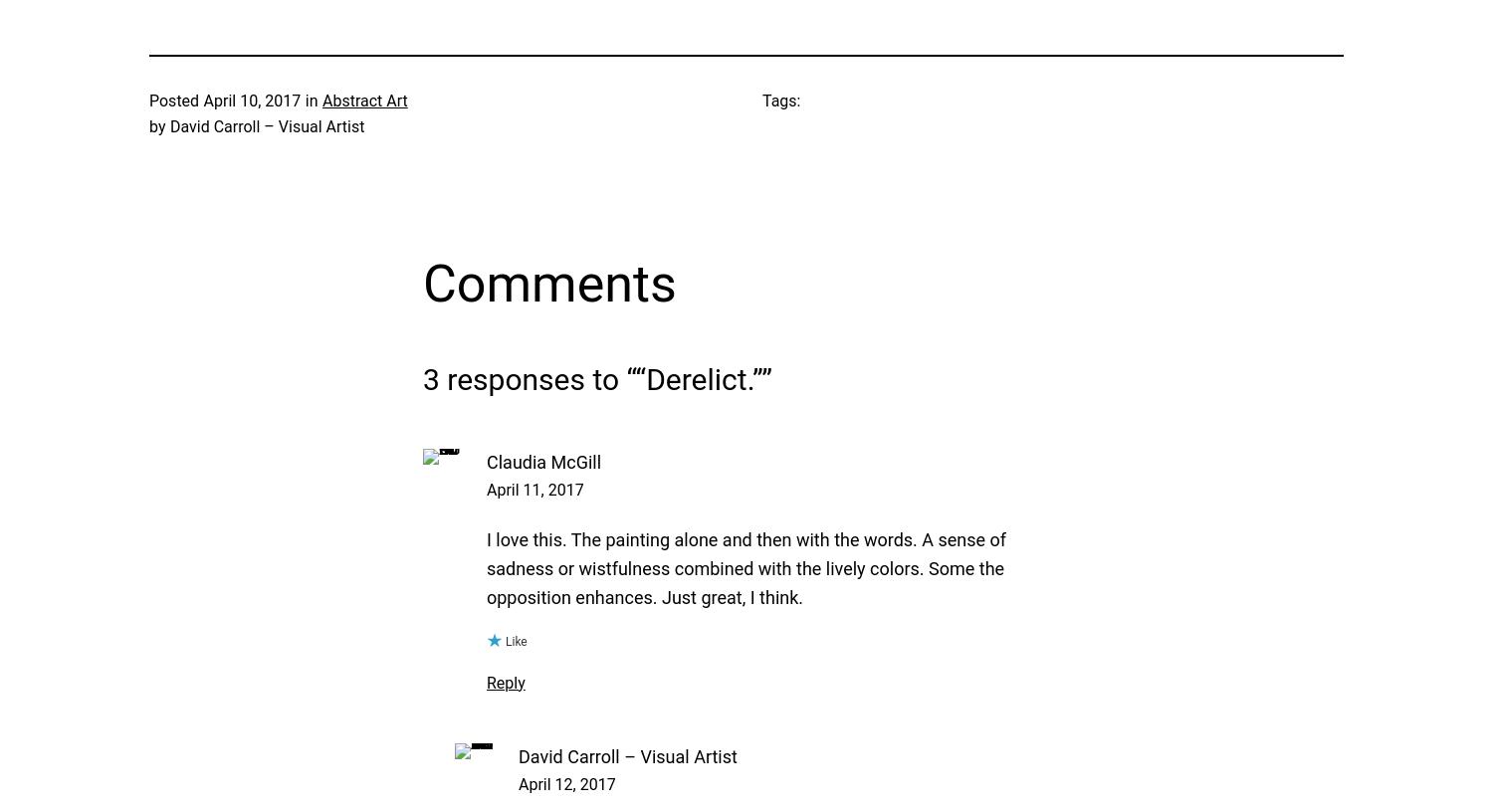  I want to click on '3 responses to ““Derelict.””', so click(596, 378).